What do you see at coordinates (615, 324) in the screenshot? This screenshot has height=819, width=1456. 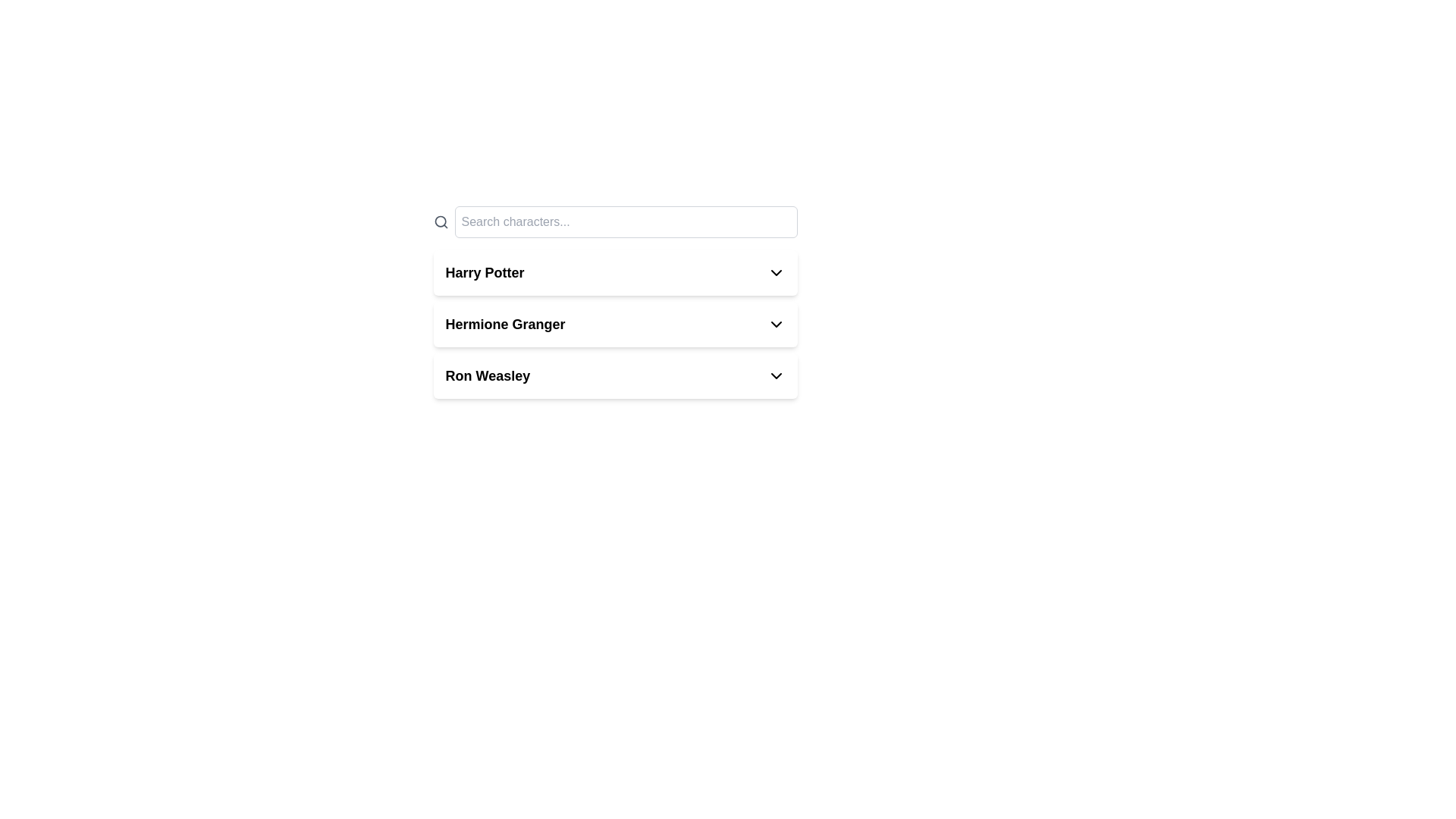 I see `the list item labeled 'Hermione Granger' with a dropdown arrow` at bounding box center [615, 324].